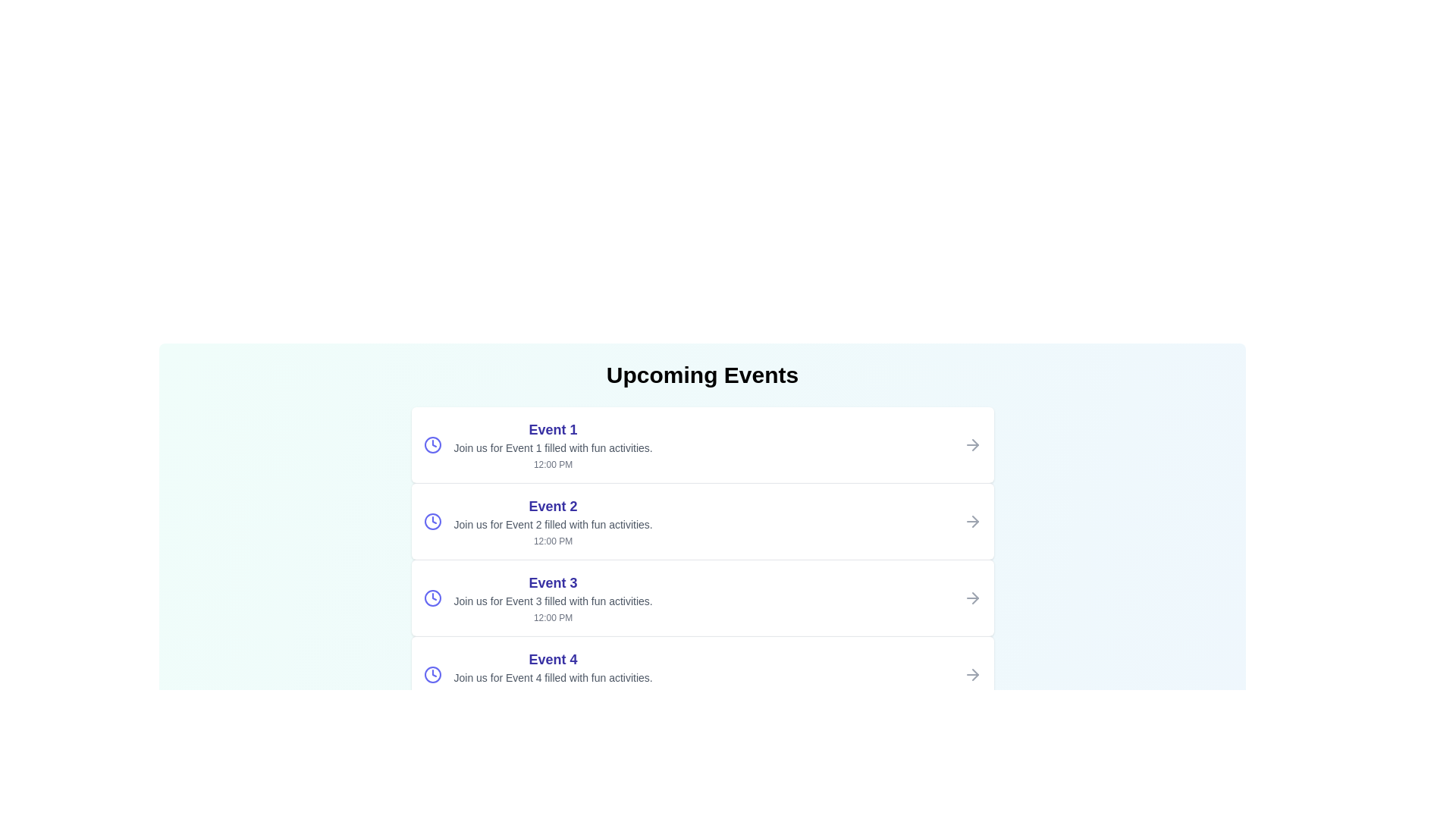 The height and width of the screenshot is (819, 1456). I want to click on the title of the event Event 2 to select it, so click(552, 506).